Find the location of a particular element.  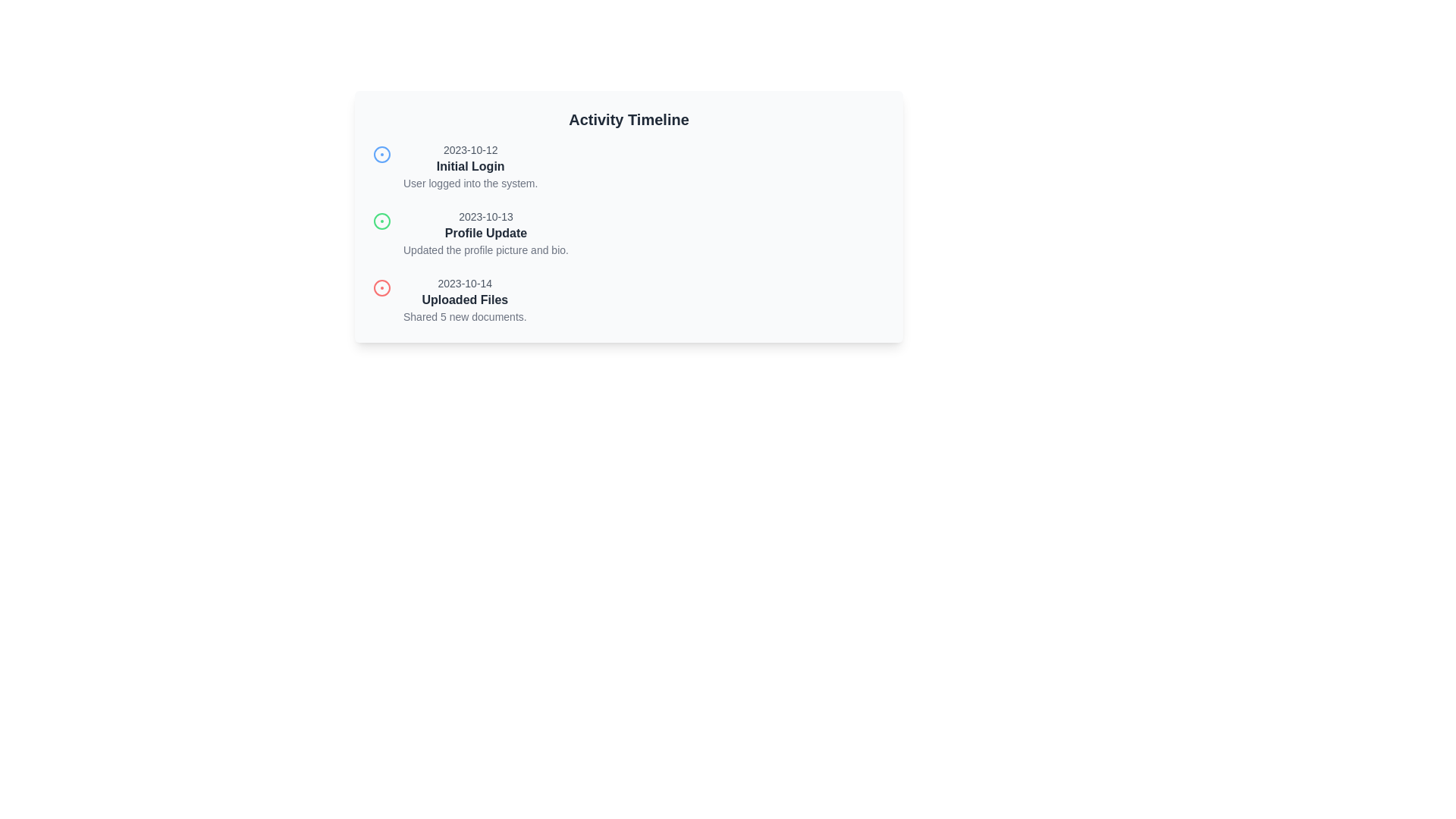

the outermost circular element of the SVG icon with a blue outline, which is positioned next to the text '2023-10-12 Initial Login' in the timeline component is located at coordinates (382, 155).